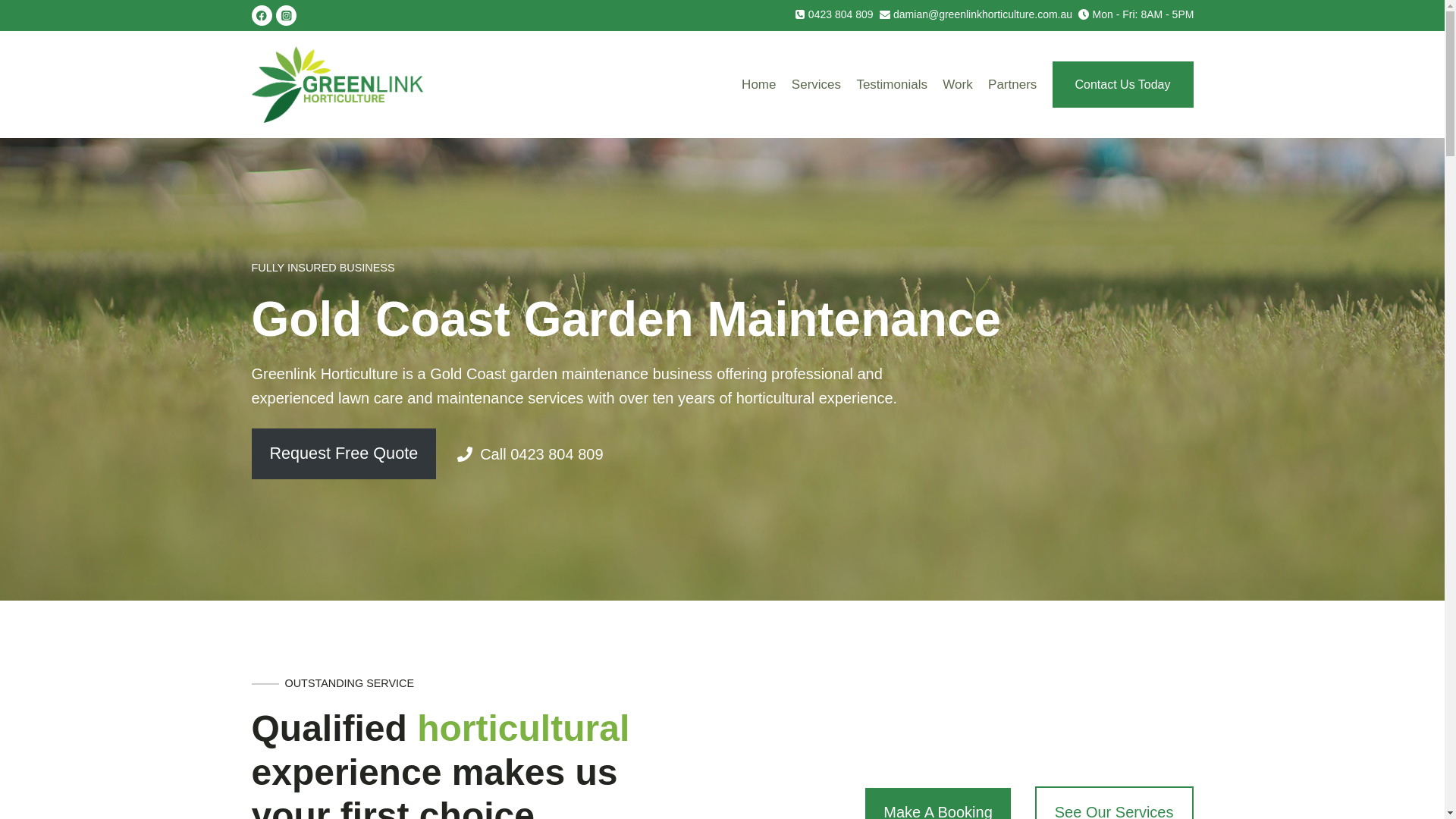  I want to click on 'Contact Us Today', so click(1051, 84).